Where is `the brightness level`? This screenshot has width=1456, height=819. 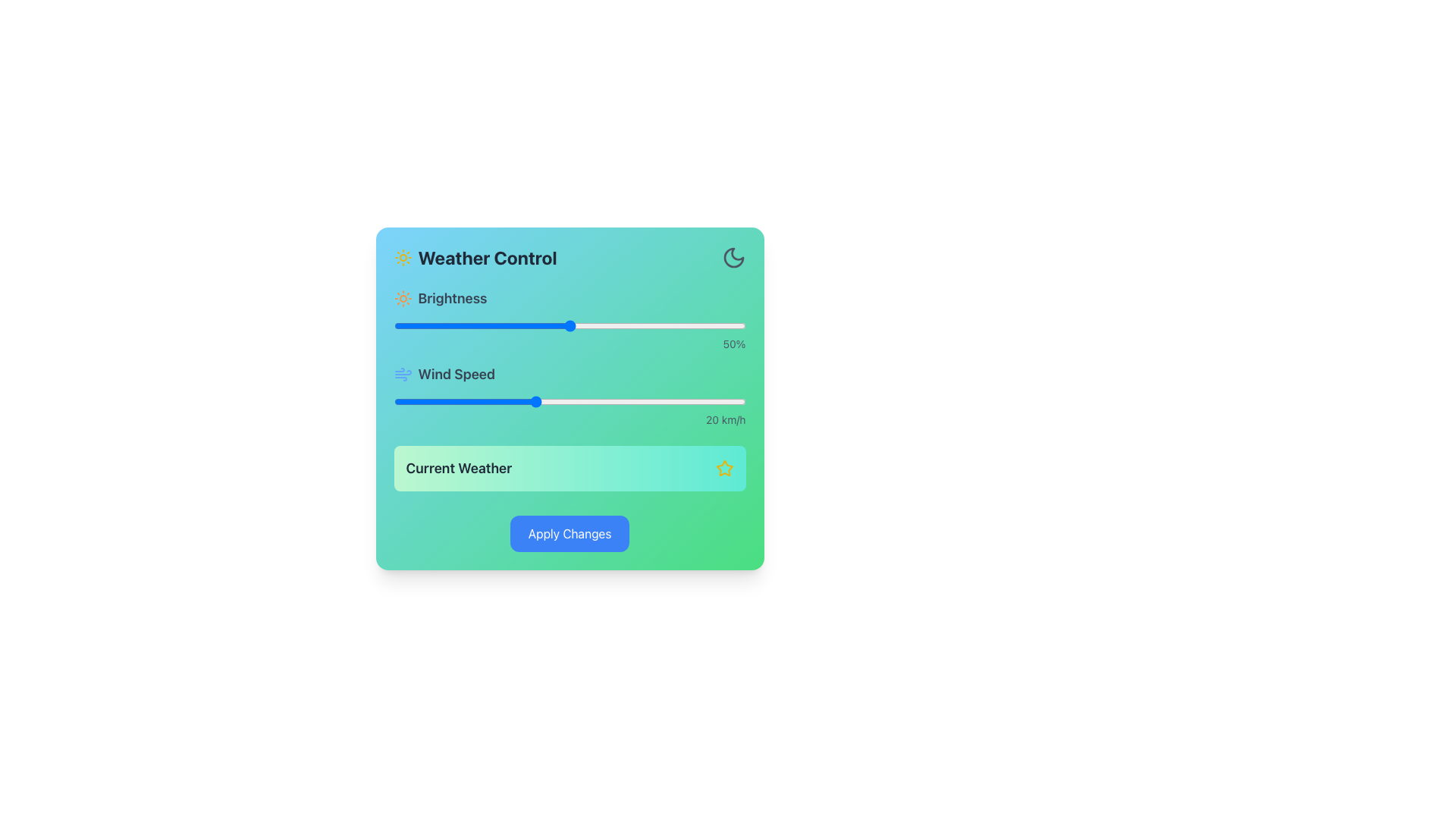 the brightness level is located at coordinates (674, 325).